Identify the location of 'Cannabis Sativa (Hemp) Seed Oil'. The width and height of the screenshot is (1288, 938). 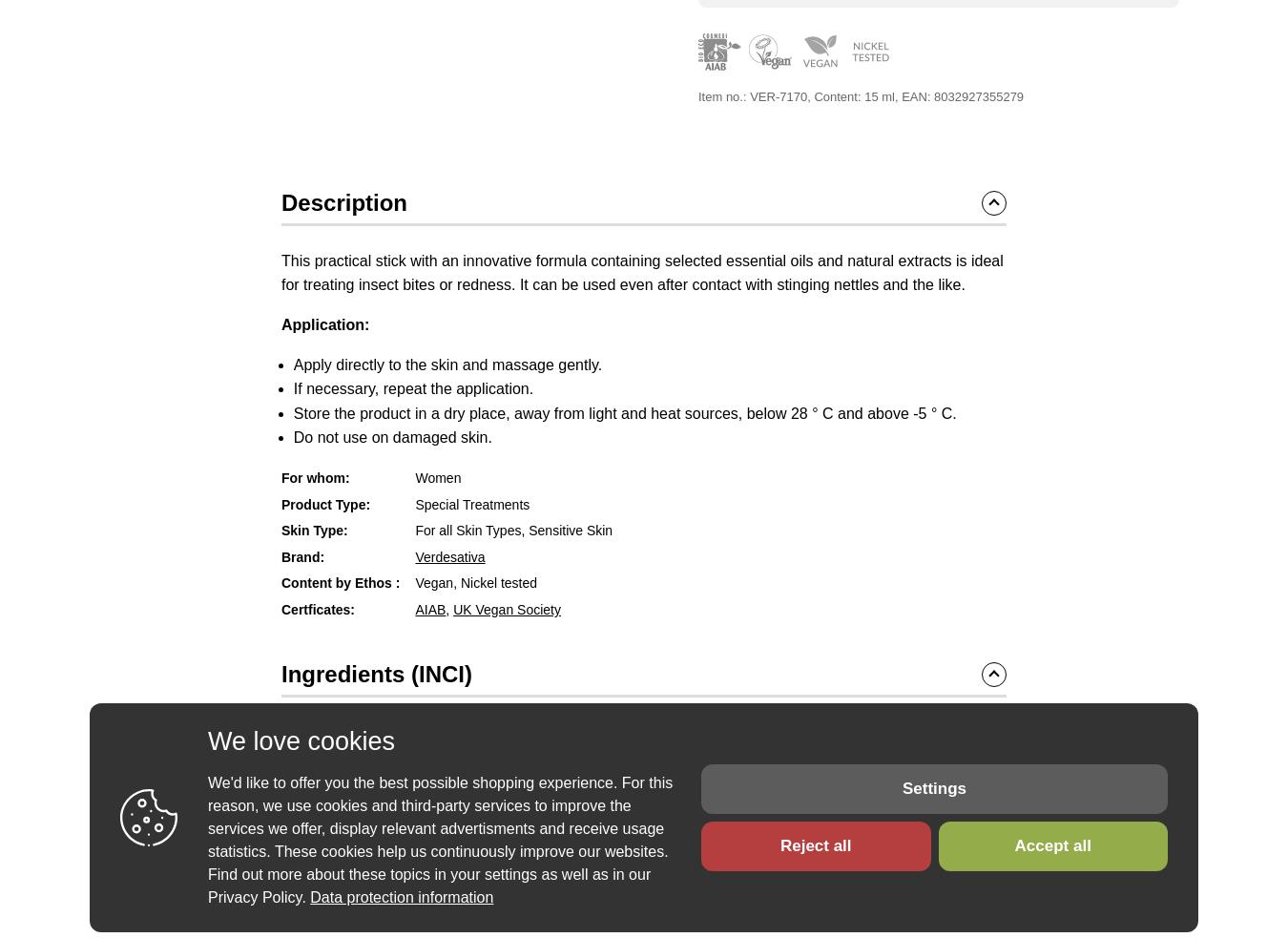
(620, 761).